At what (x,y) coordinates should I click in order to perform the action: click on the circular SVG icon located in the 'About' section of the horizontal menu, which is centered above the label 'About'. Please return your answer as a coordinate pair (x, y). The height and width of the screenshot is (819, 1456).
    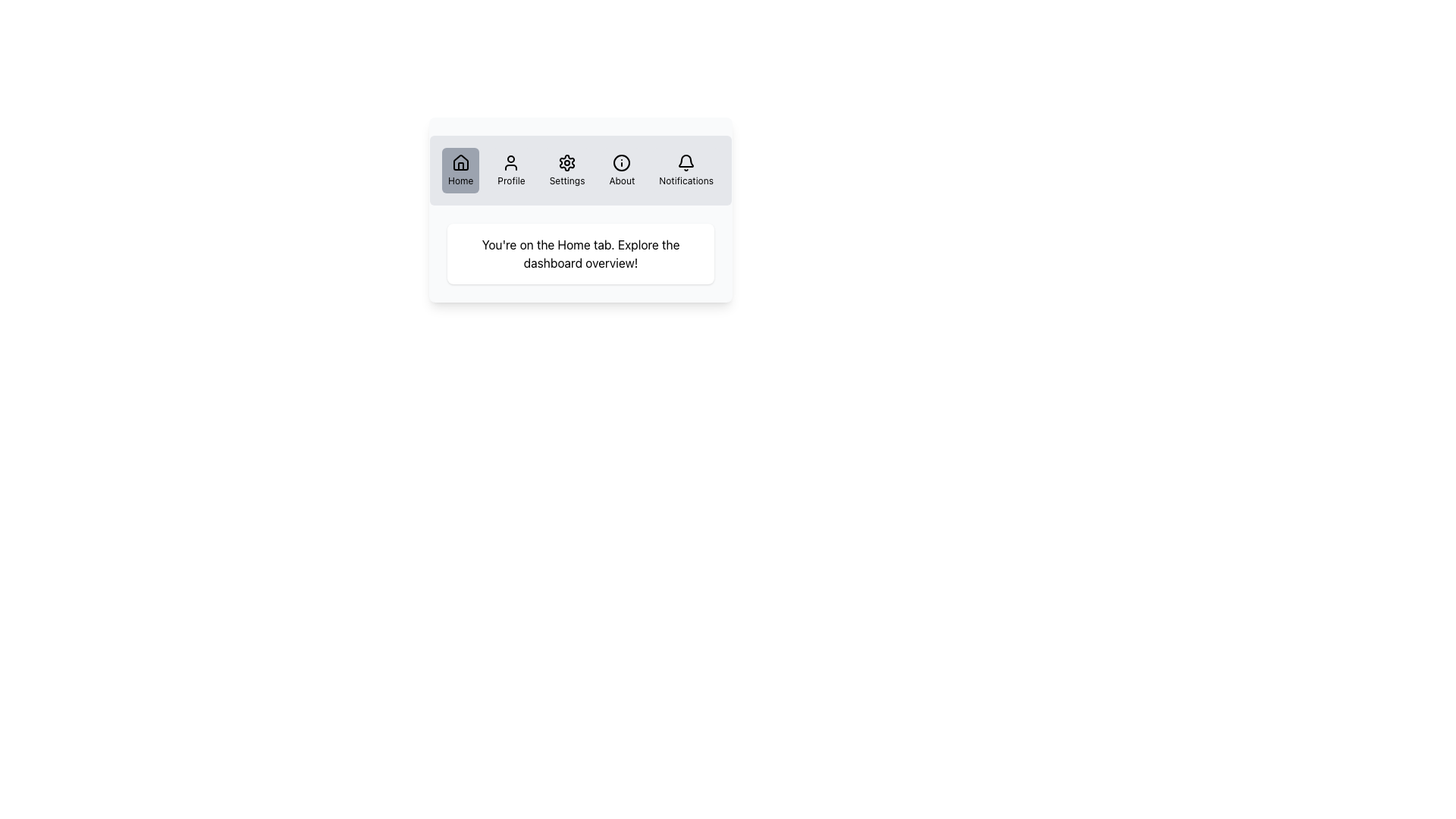
    Looking at the image, I should click on (622, 163).